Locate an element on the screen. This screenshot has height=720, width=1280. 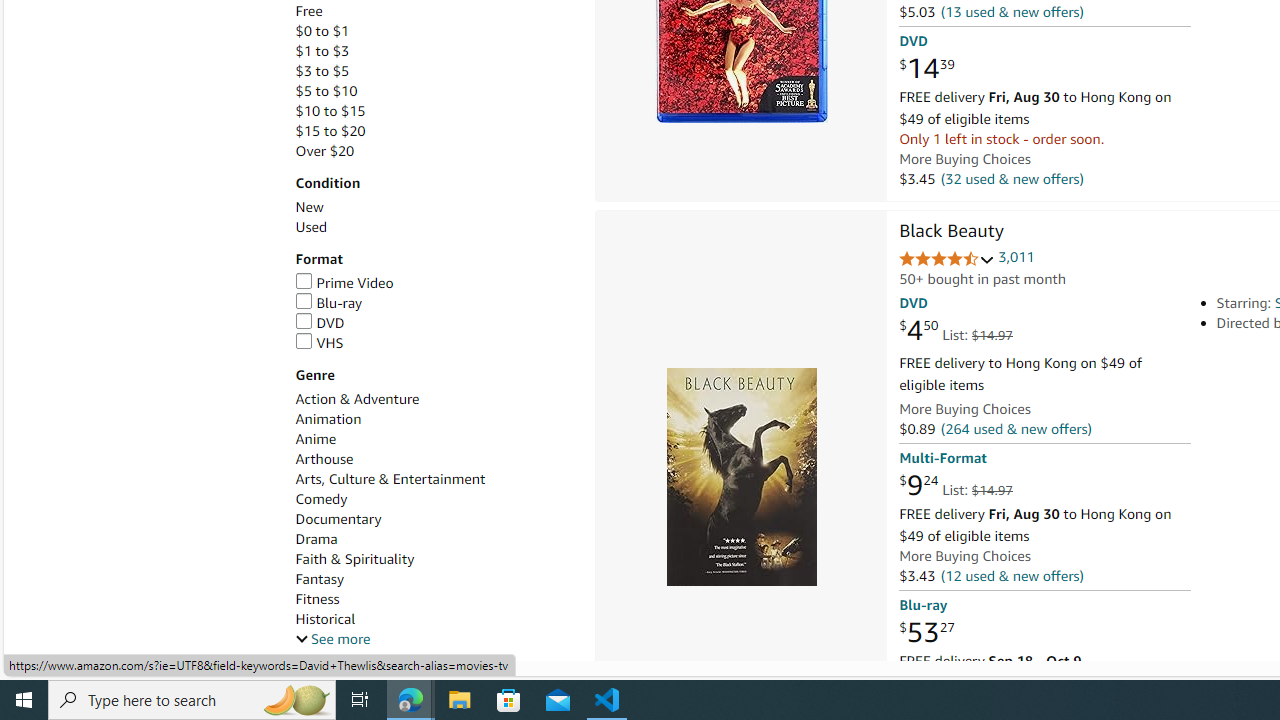
'$10 to $15' is located at coordinates (433, 111).